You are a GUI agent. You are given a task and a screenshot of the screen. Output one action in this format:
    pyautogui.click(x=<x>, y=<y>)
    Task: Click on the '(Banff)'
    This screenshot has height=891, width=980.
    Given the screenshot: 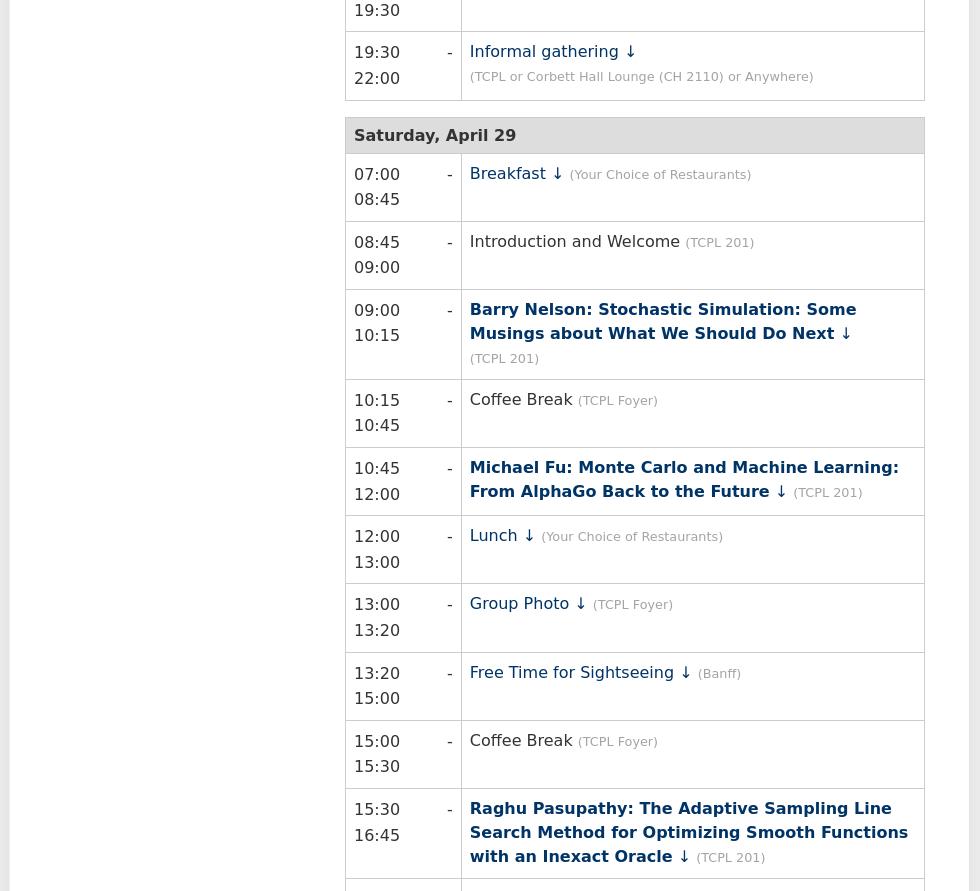 What is the action you would take?
    pyautogui.click(x=719, y=671)
    